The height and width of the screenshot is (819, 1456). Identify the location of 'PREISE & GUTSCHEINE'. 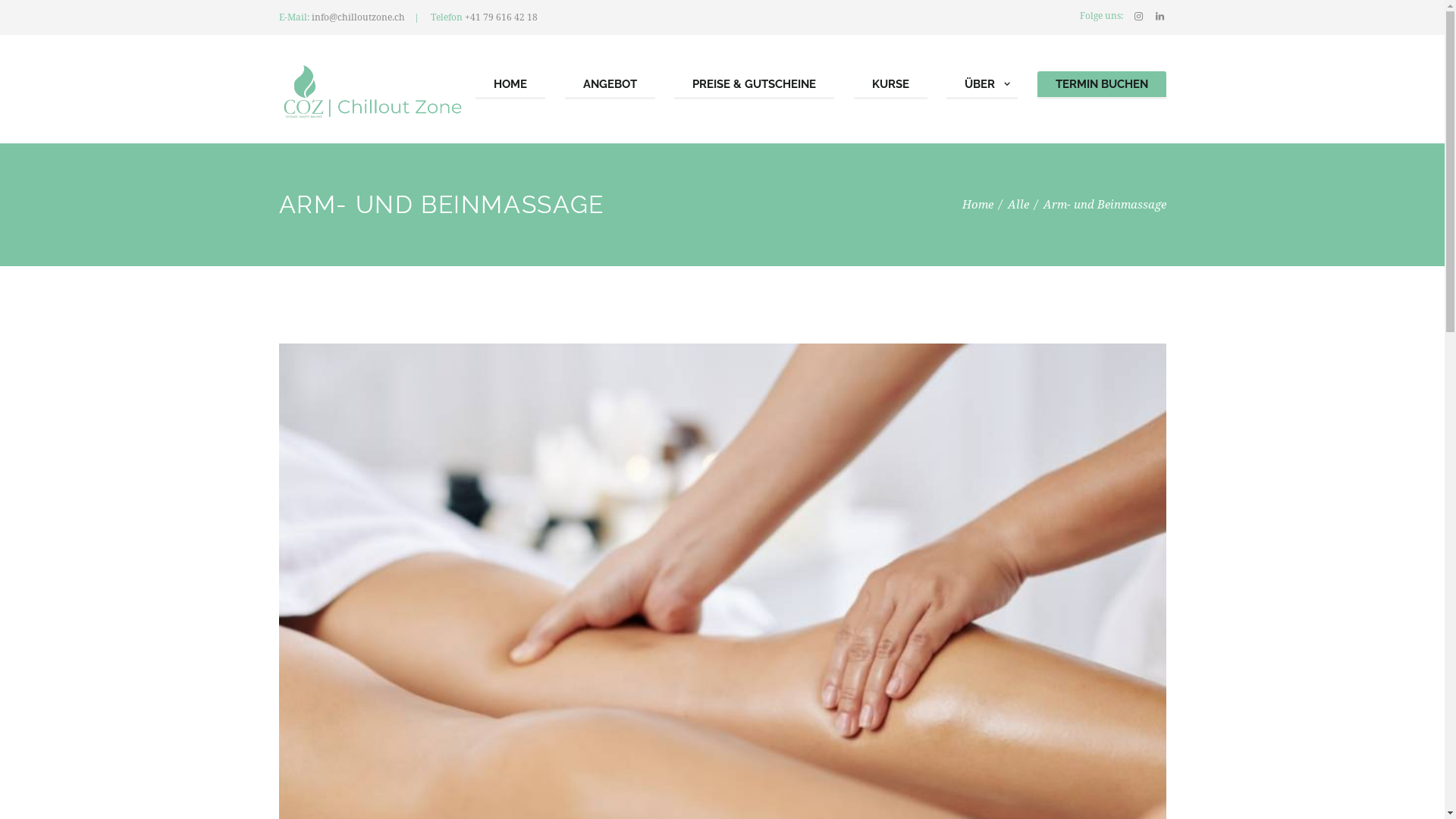
(754, 85).